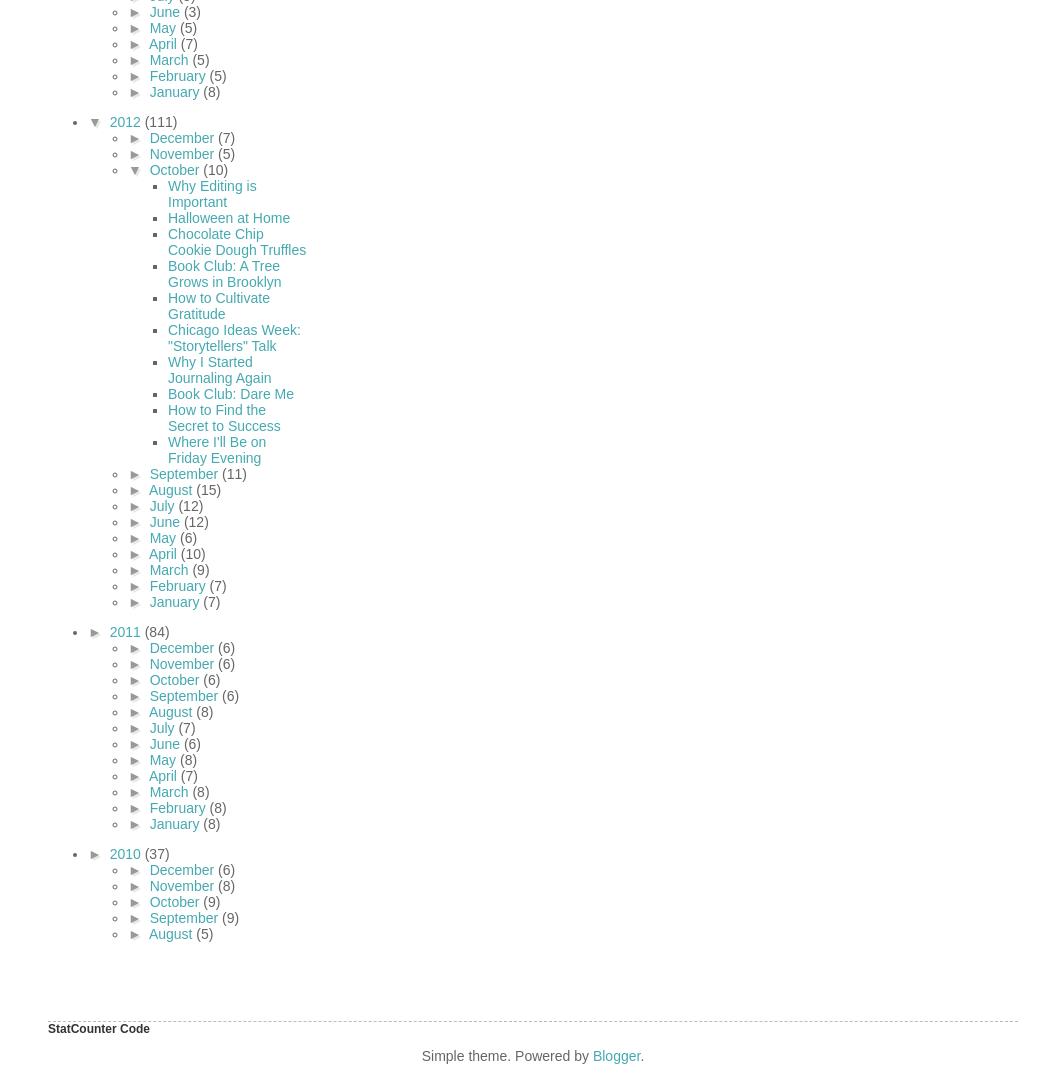 The height and width of the screenshot is (1079, 1058). I want to click on '(84)', so click(155, 629).